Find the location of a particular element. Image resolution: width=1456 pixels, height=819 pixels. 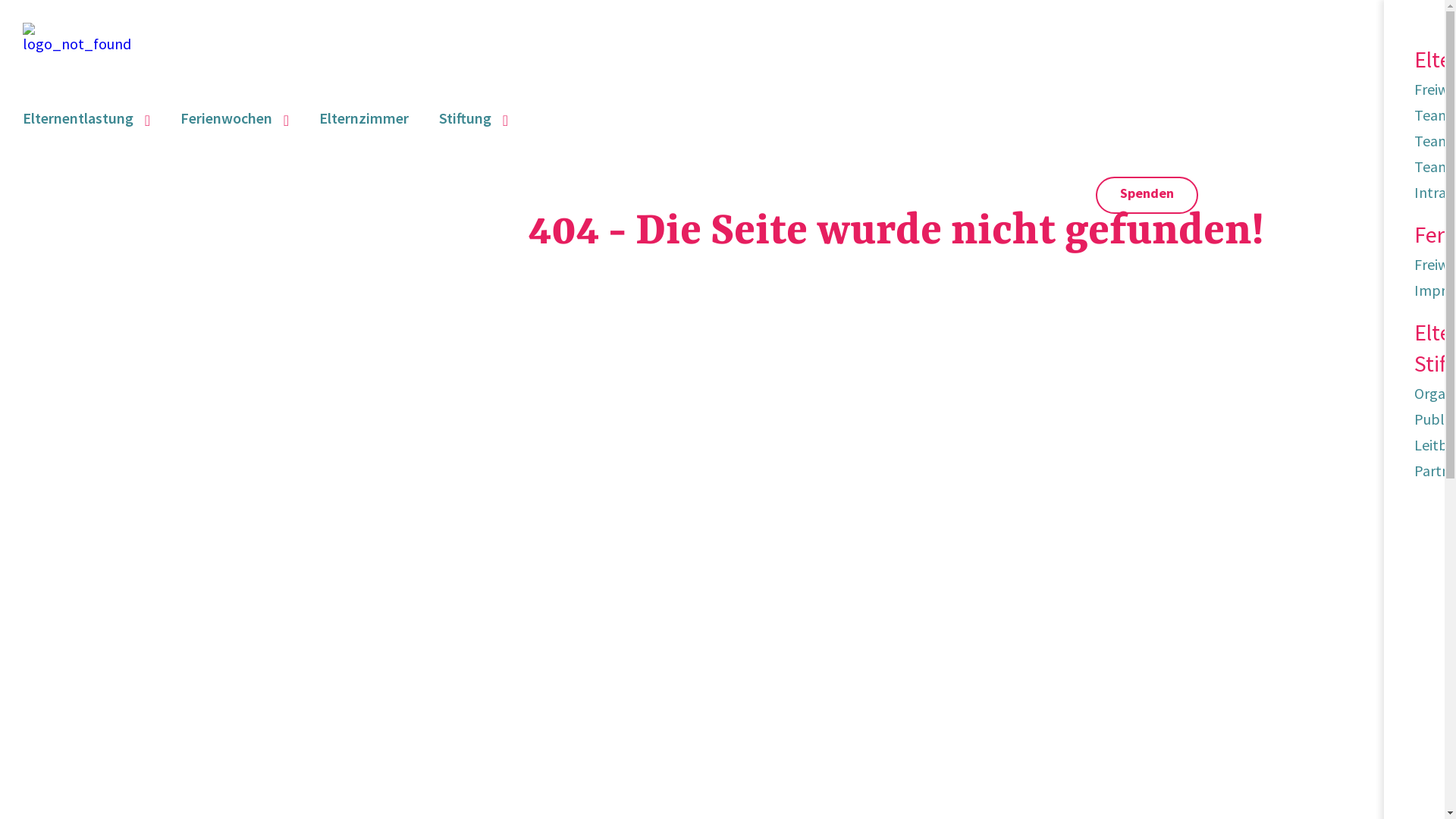

'Stiftung' is located at coordinates (438, 117).